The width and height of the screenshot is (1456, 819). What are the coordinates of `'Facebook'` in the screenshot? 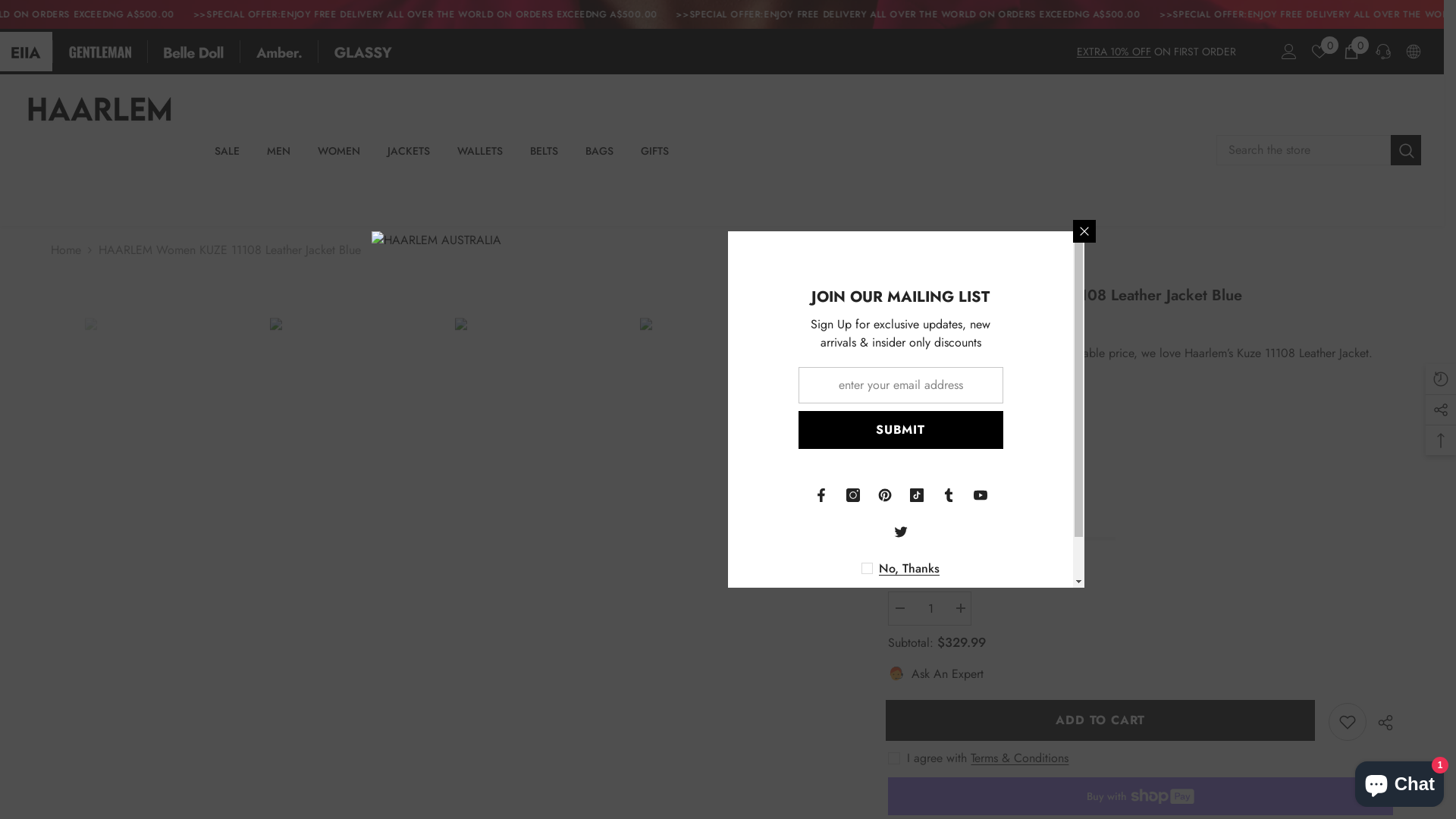 It's located at (821, 494).